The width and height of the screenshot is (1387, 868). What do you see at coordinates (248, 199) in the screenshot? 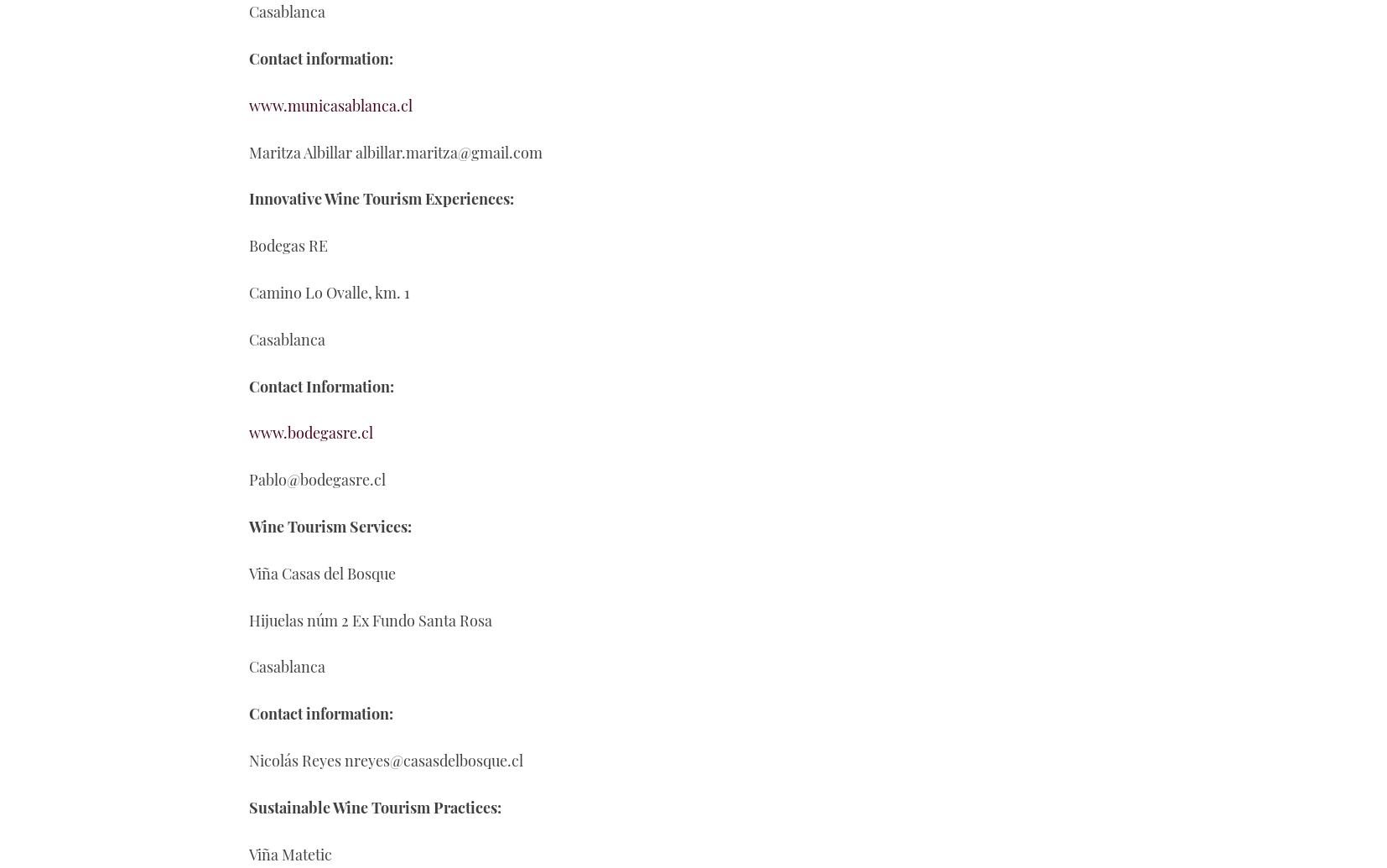
I see `'Innovative Wine Tourism Experiences:'` at bounding box center [248, 199].